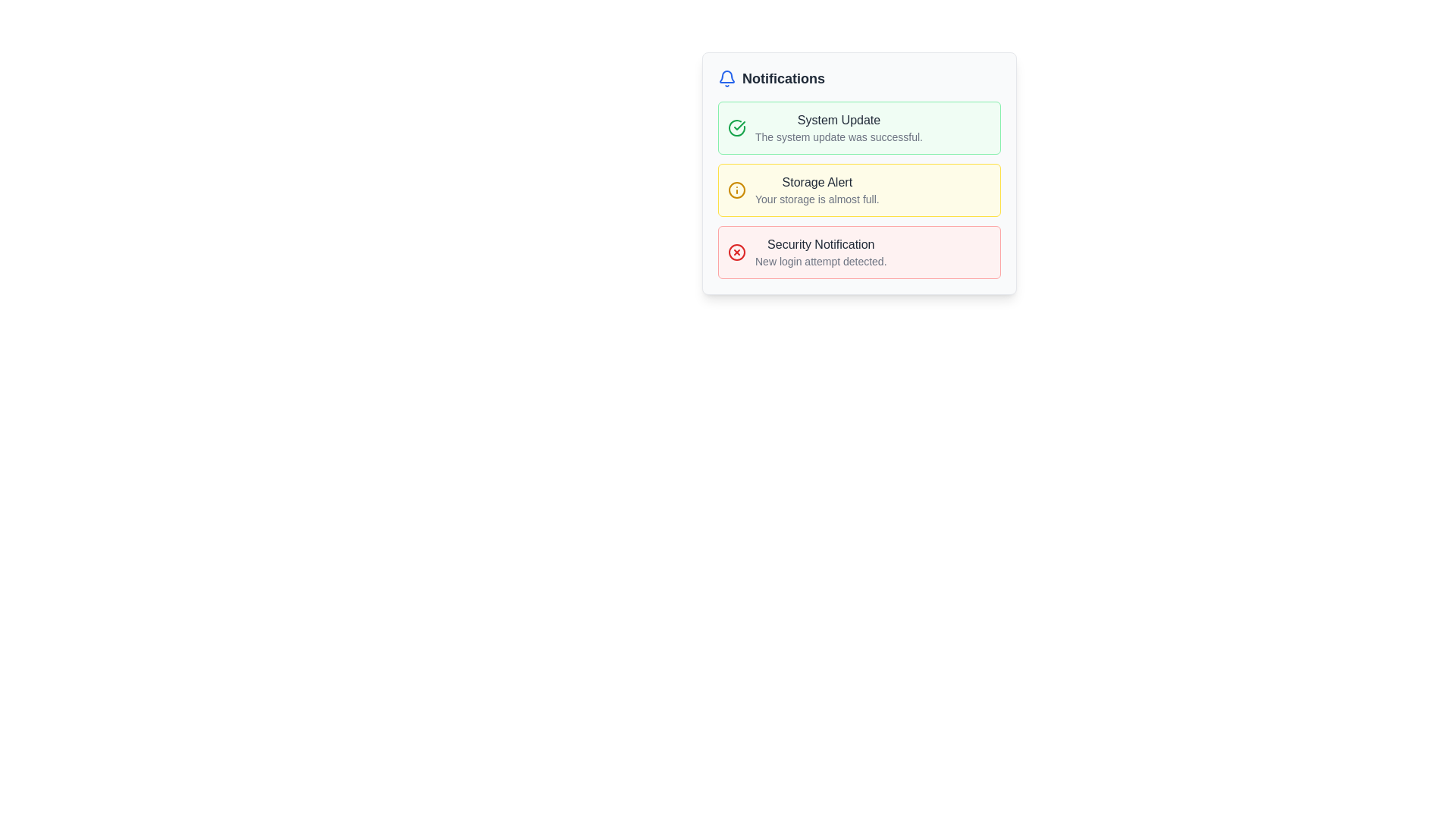 The width and height of the screenshot is (1456, 819). What do you see at coordinates (816, 189) in the screenshot?
I see `text content of the 'Storage Alert' notification, which is the second notification in the list, featuring a bold title and a description within a rounded light yellow box` at bounding box center [816, 189].